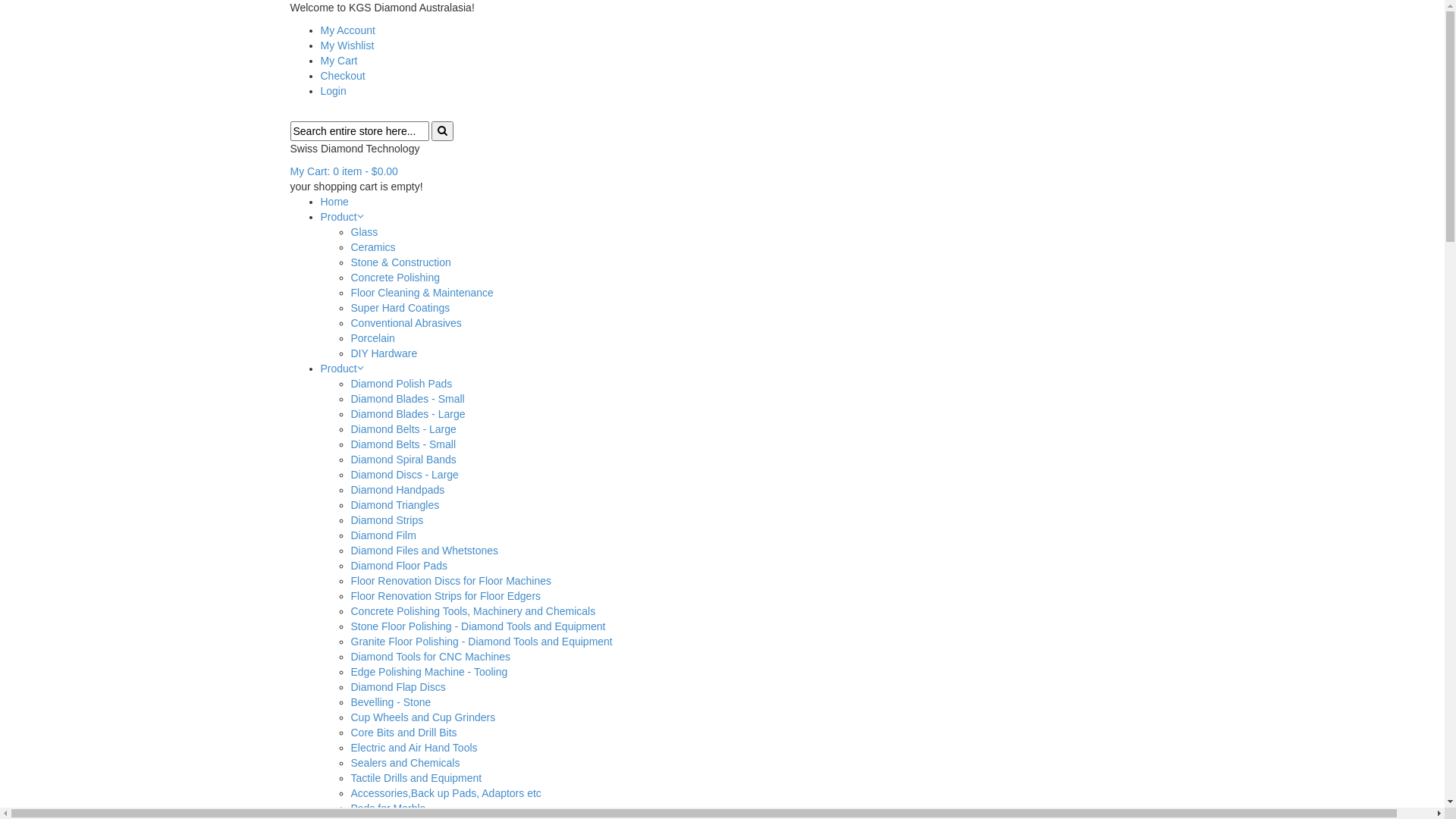 Image resolution: width=1456 pixels, height=819 pixels. Describe the element at coordinates (424, 550) in the screenshot. I see `'Diamond Files and Whetstones'` at that location.